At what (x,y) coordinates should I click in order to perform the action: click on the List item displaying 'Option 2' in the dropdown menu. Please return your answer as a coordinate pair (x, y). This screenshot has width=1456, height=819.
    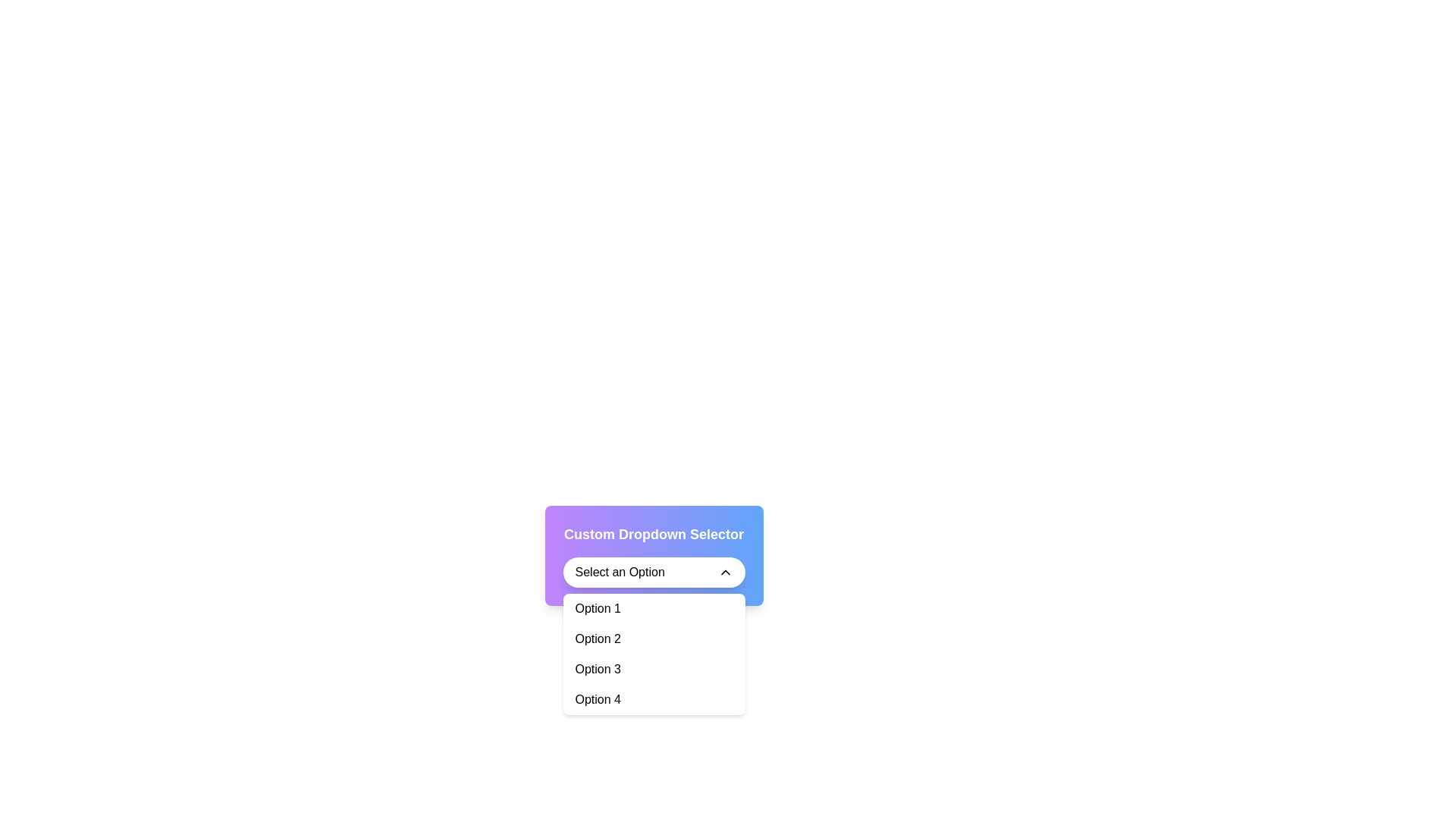
    Looking at the image, I should click on (654, 639).